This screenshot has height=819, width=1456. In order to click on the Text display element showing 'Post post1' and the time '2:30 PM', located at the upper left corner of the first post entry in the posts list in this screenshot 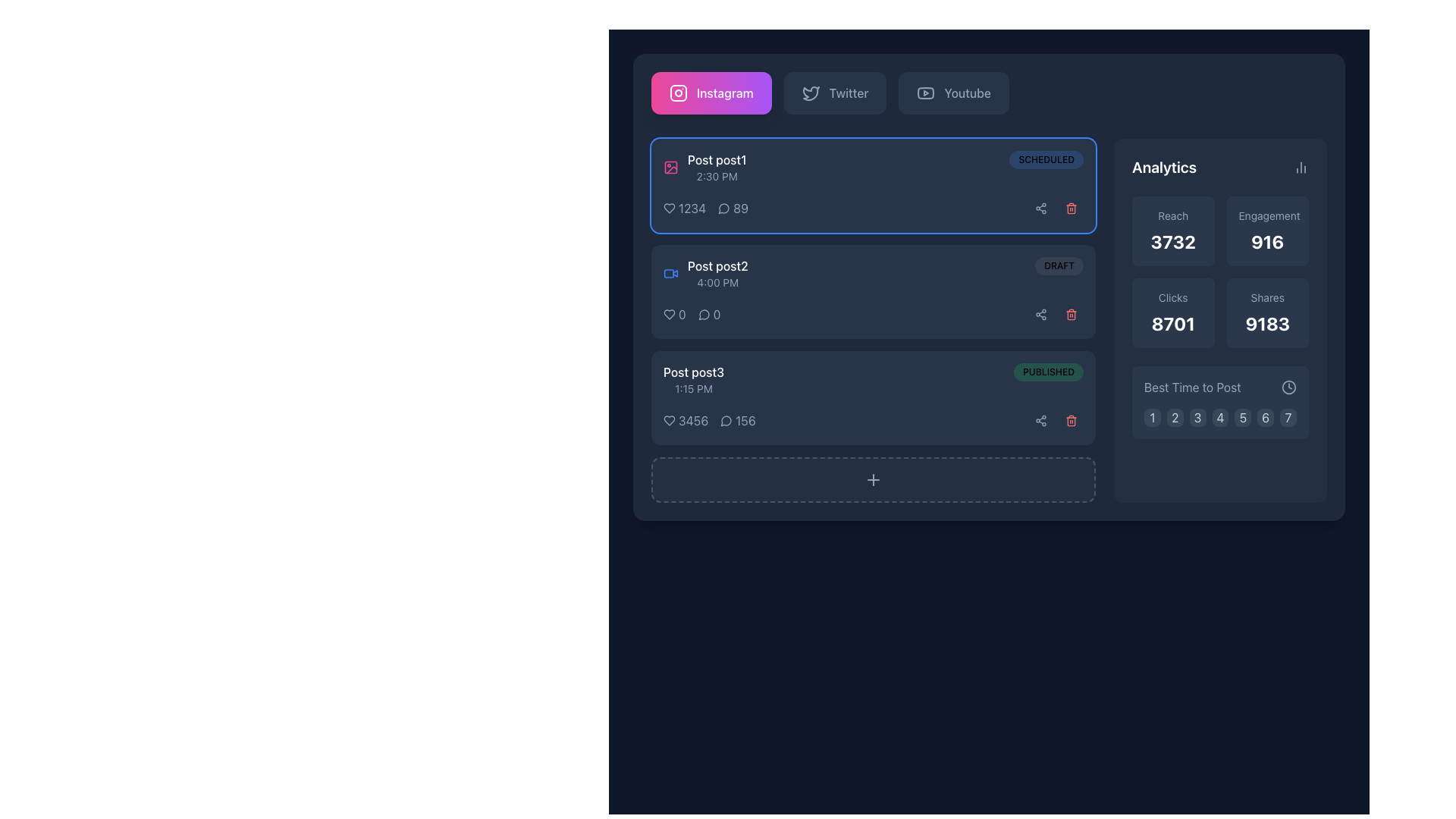, I will do `click(716, 167)`.